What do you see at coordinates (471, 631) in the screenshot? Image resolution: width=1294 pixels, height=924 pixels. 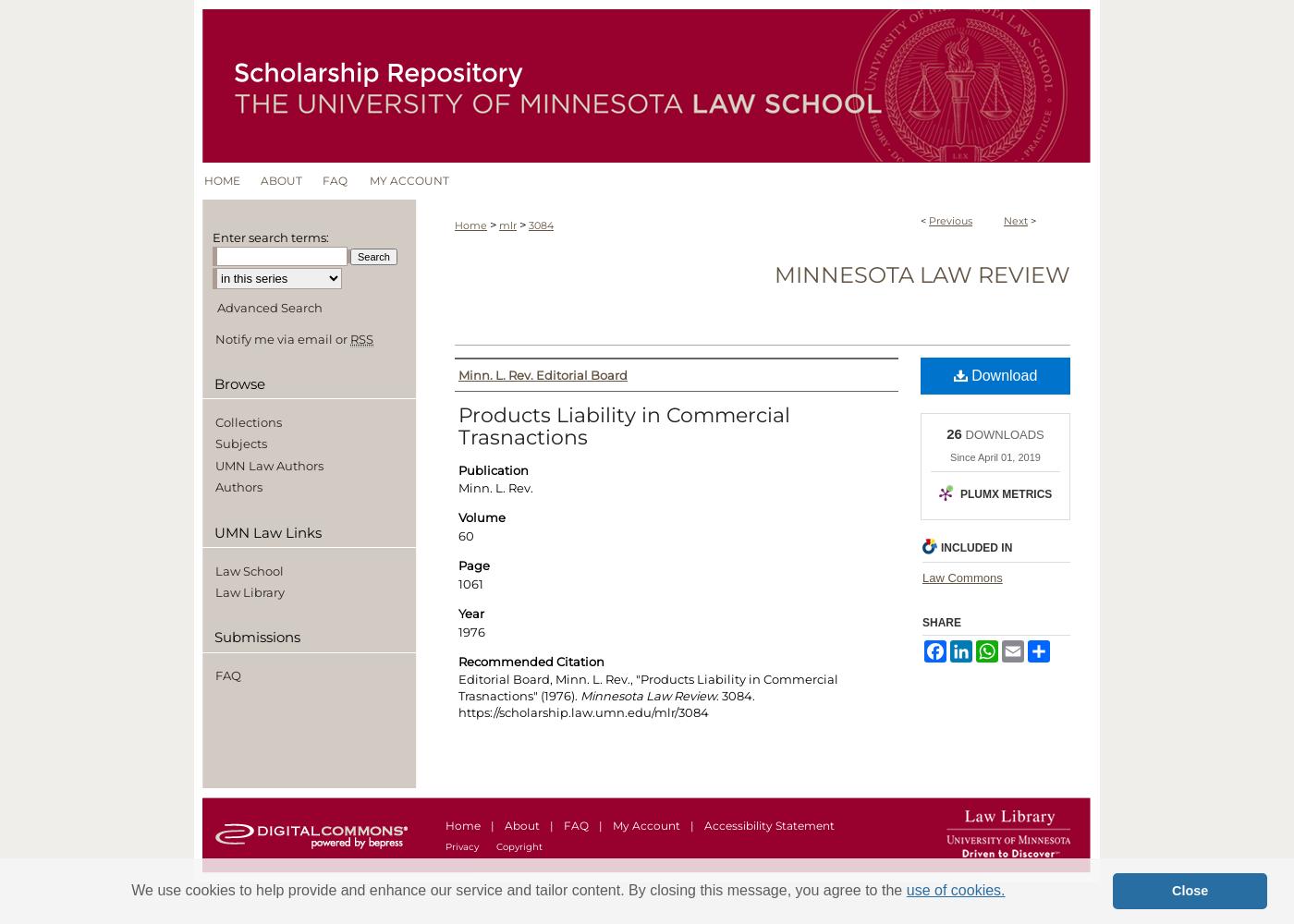 I see `'1976'` at bounding box center [471, 631].